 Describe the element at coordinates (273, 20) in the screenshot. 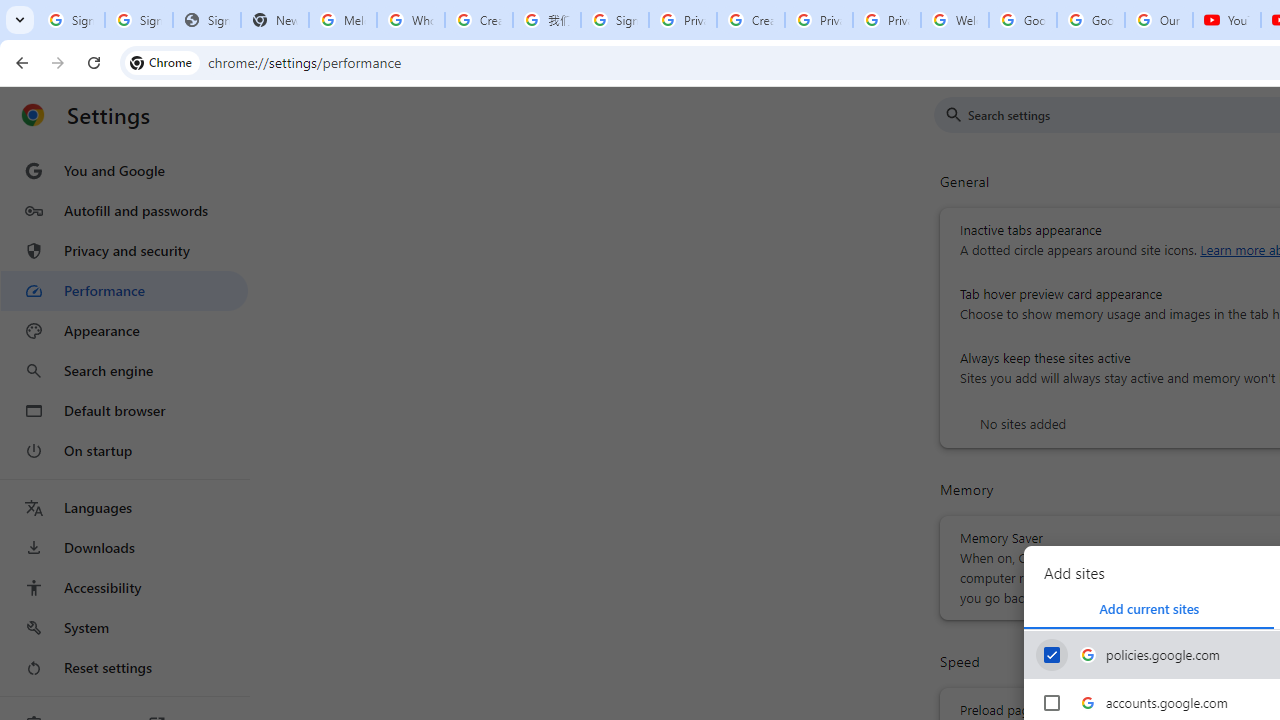

I see `'New Tab'` at that location.